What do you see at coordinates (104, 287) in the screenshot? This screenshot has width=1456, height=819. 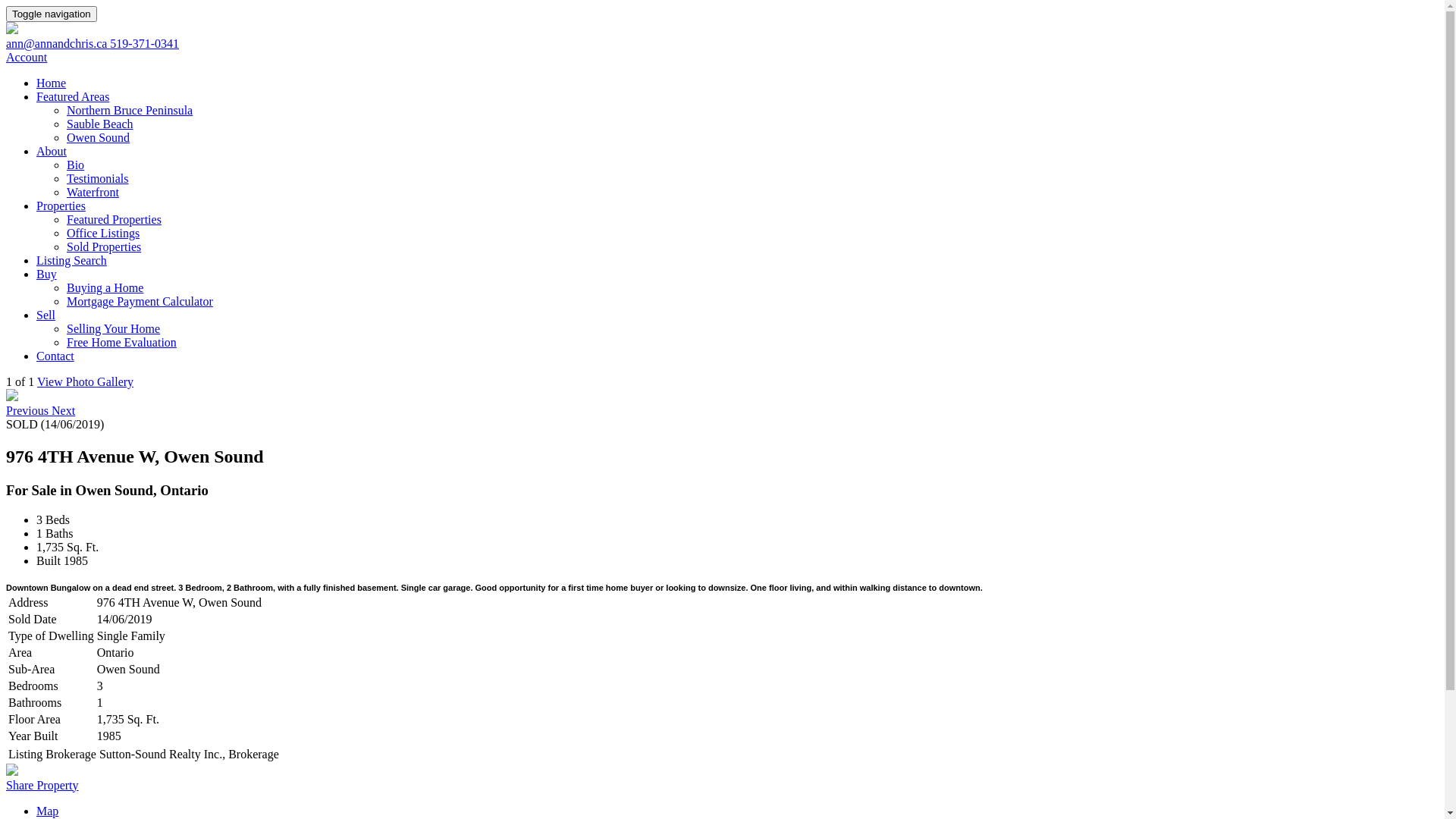 I see `'Buying a Home'` at bounding box center [104, 287].